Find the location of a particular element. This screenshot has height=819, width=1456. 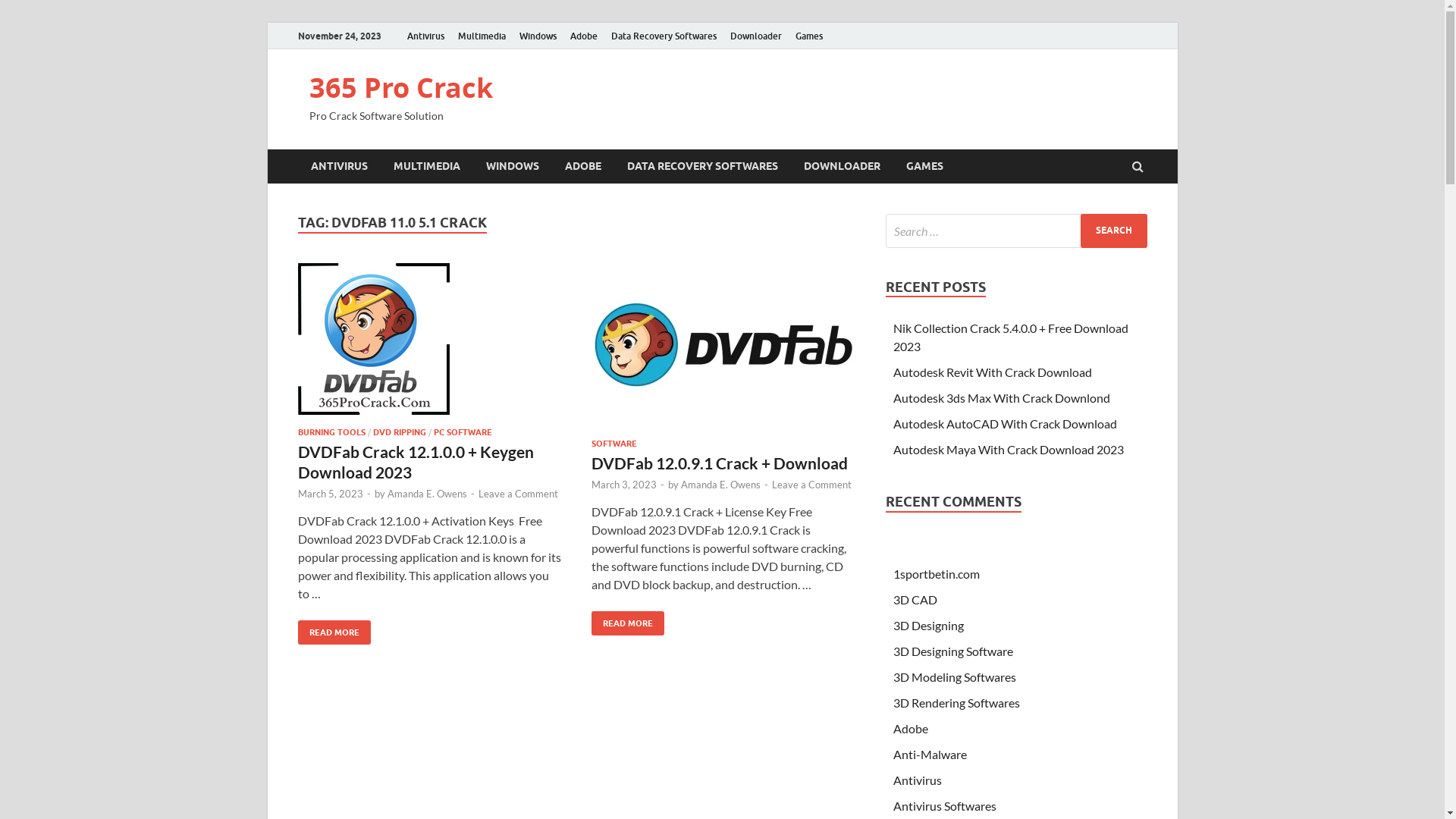

'Data Recovery Softwares' is located at coordinates (603, 35).